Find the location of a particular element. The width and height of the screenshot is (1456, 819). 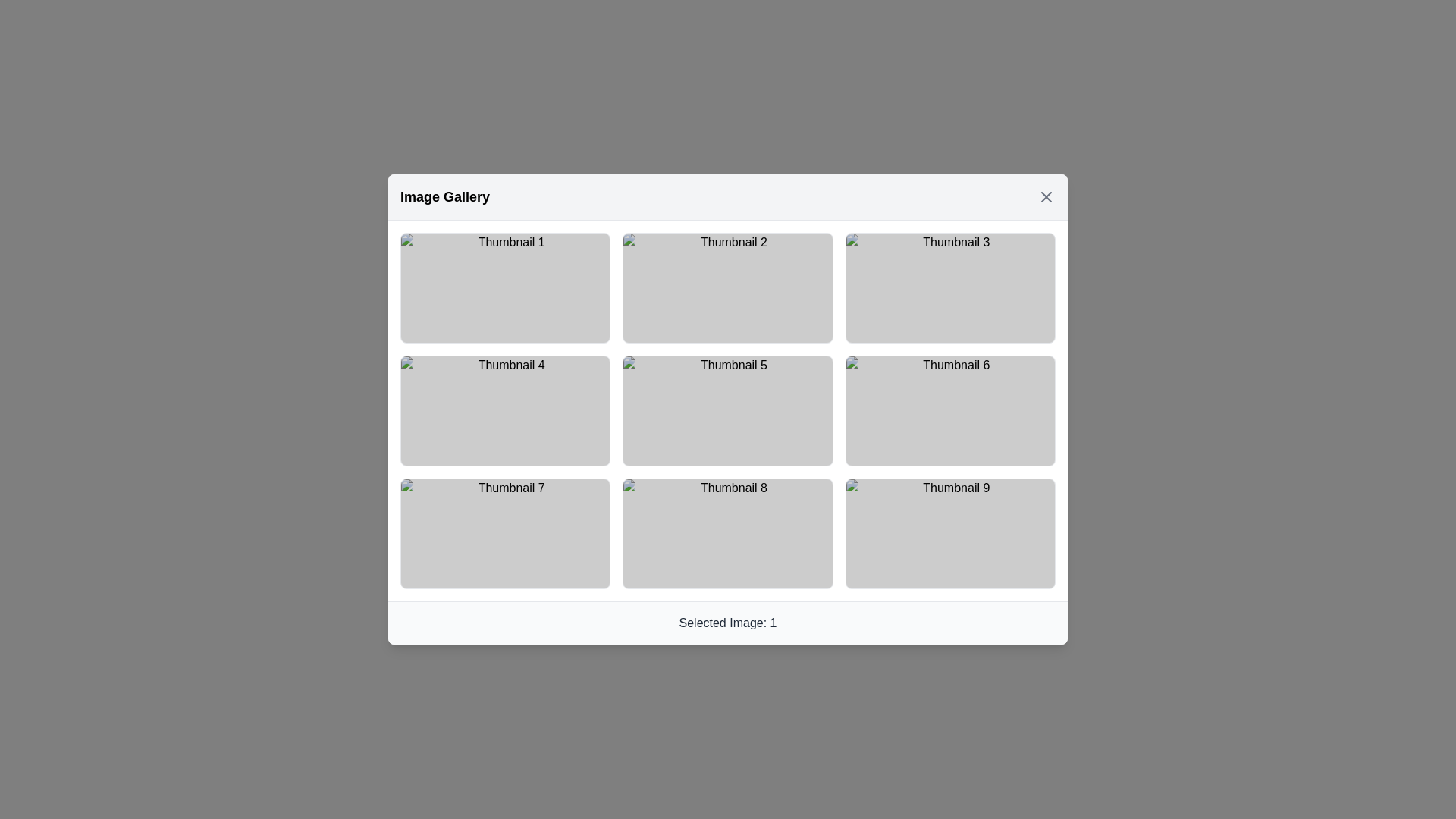

the text label displaying 'Selected Image: 1', which is styled with a light gray background and located at the bottom of the Image Gallery dialog box is located at coordinates (728, 623).